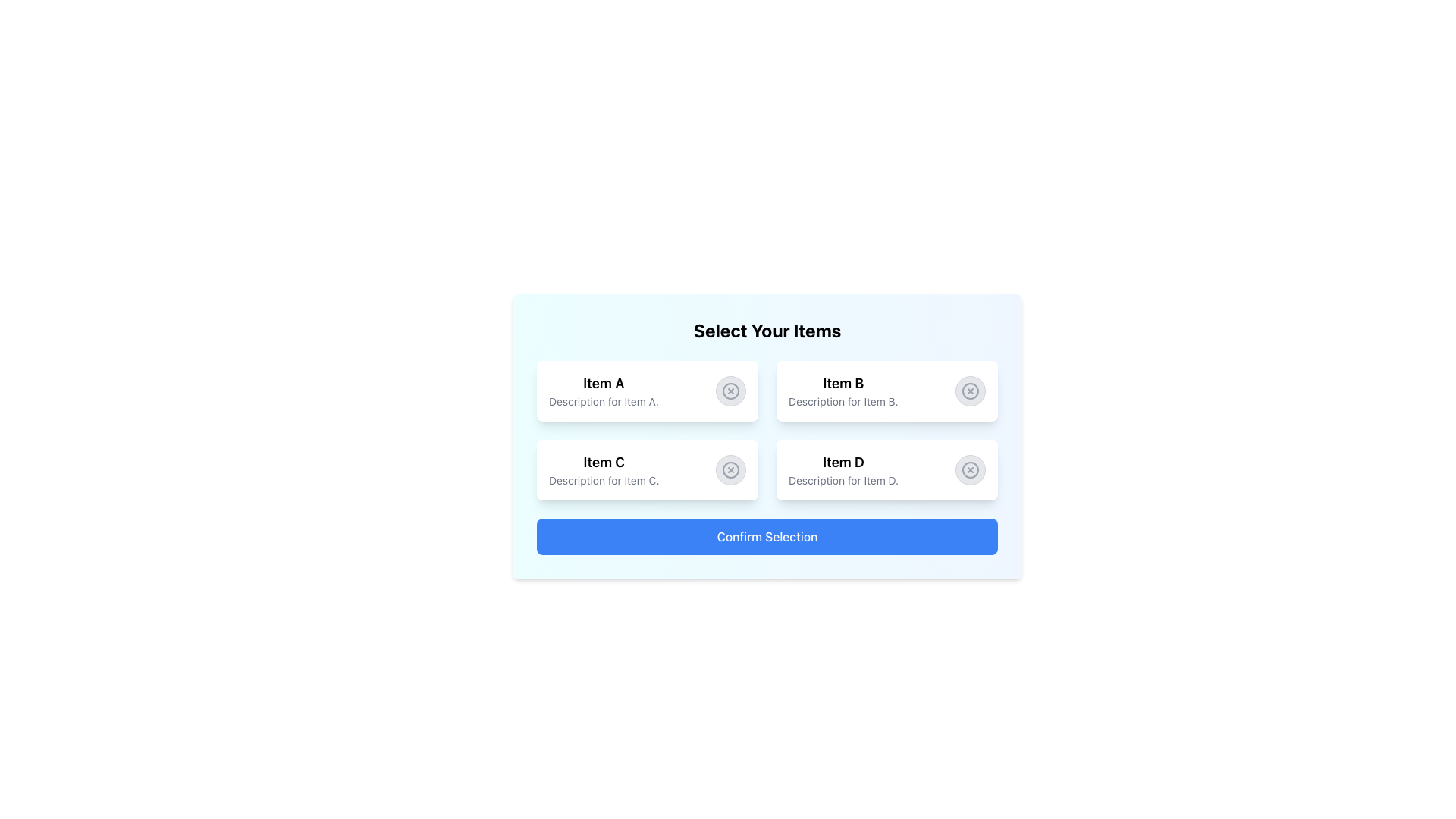 The height and width of the screenshot is (819, 1456). I want to click on text label providing additional information about Item D, located below the header 'Item D' in the grid layout, so click(843, 480).